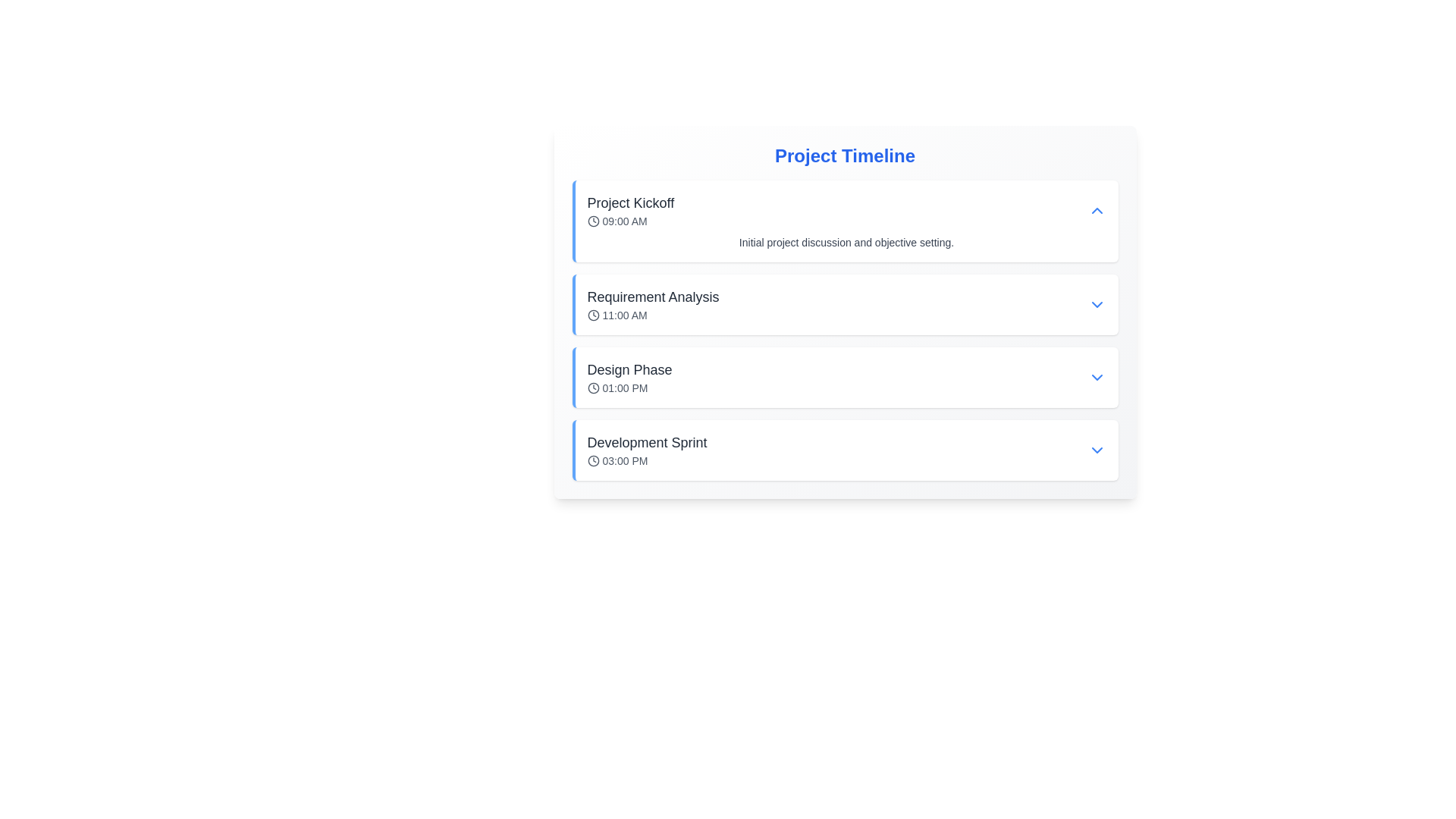 The width and height of the screenshot is (1456, 819). What do you see at coordinates (592, 221) in the screenshot?
I see `the Circle graphic that forms the outer boundary of the clock icon, located to the left of the '09:00 AM' text` at bounding box center [592, 221].